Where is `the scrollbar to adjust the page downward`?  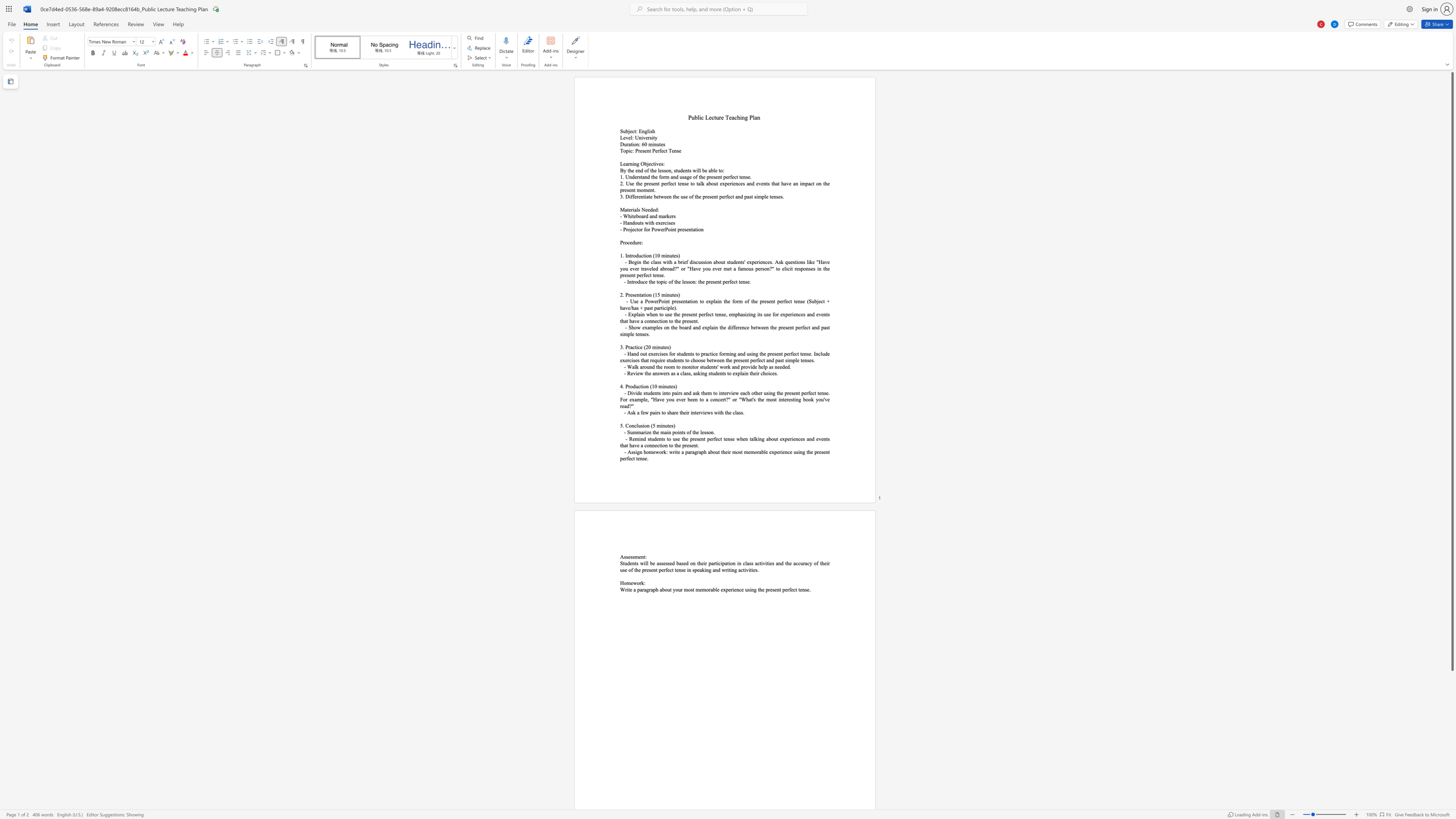
the scrollbar to adjust the page downward is located at coordinates (1451, 751).